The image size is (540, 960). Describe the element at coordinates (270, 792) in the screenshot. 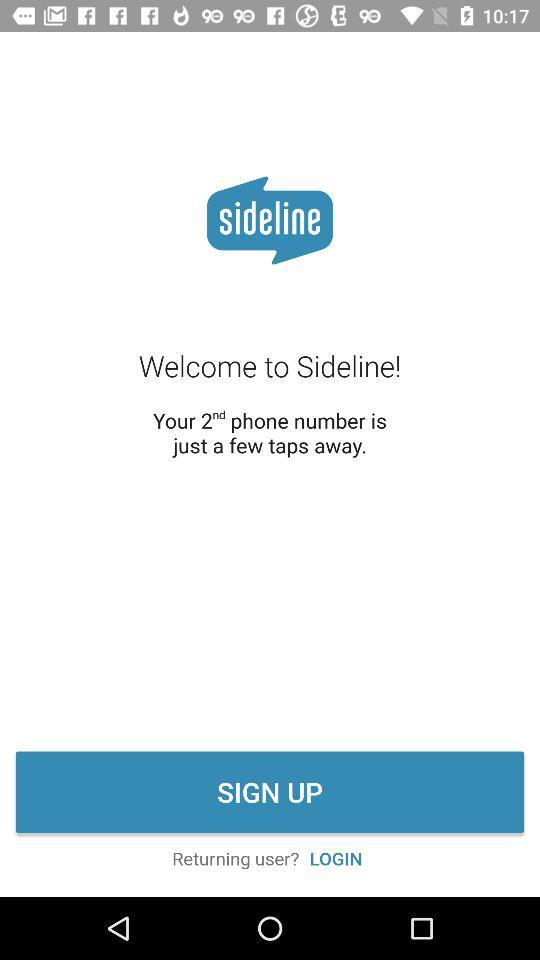

I see `sign up` at that location.